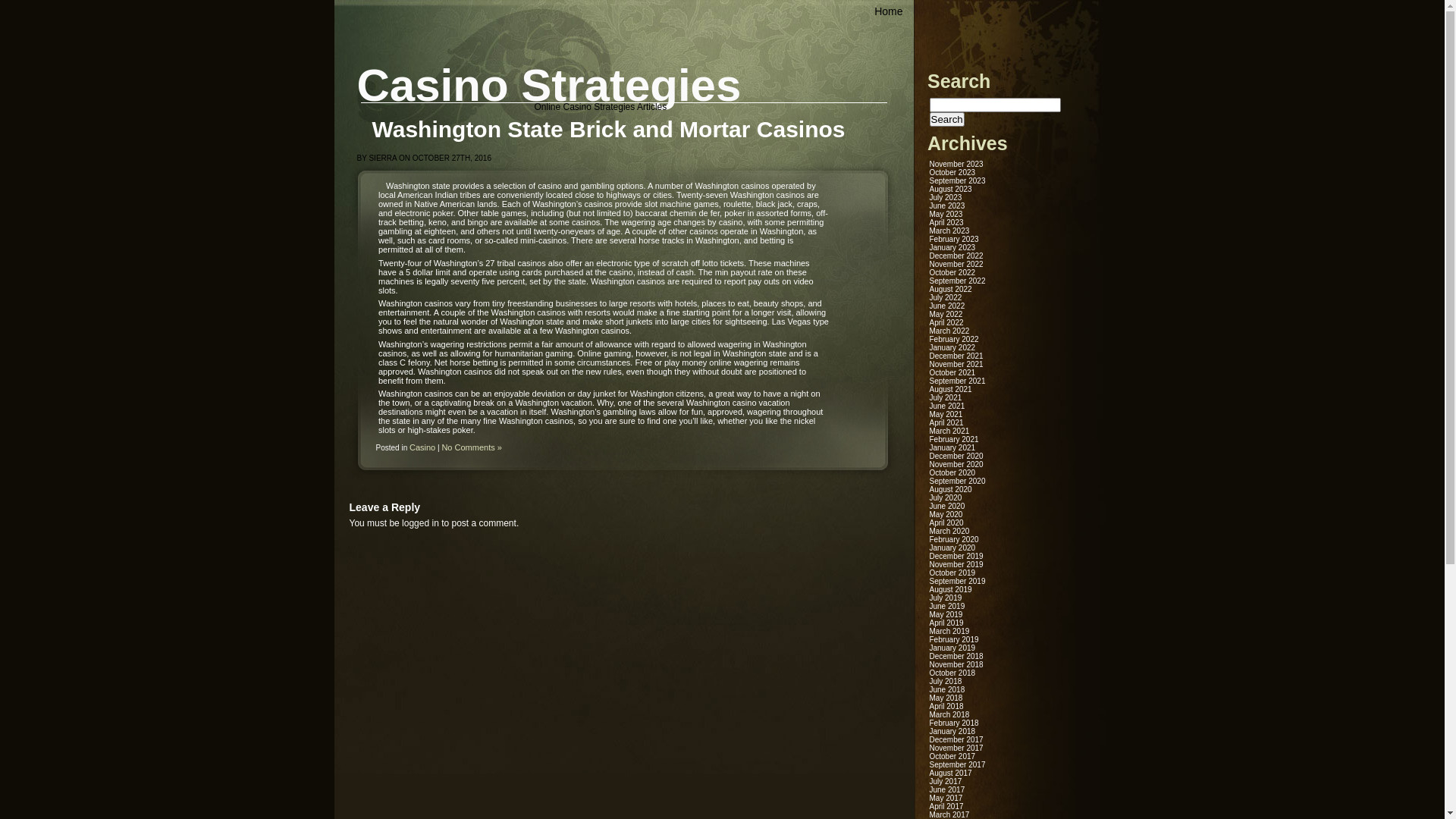 Image resolution: width=1456 pixels, height=819 pixels. I want to click on 'August 2022', so click(928, 289).